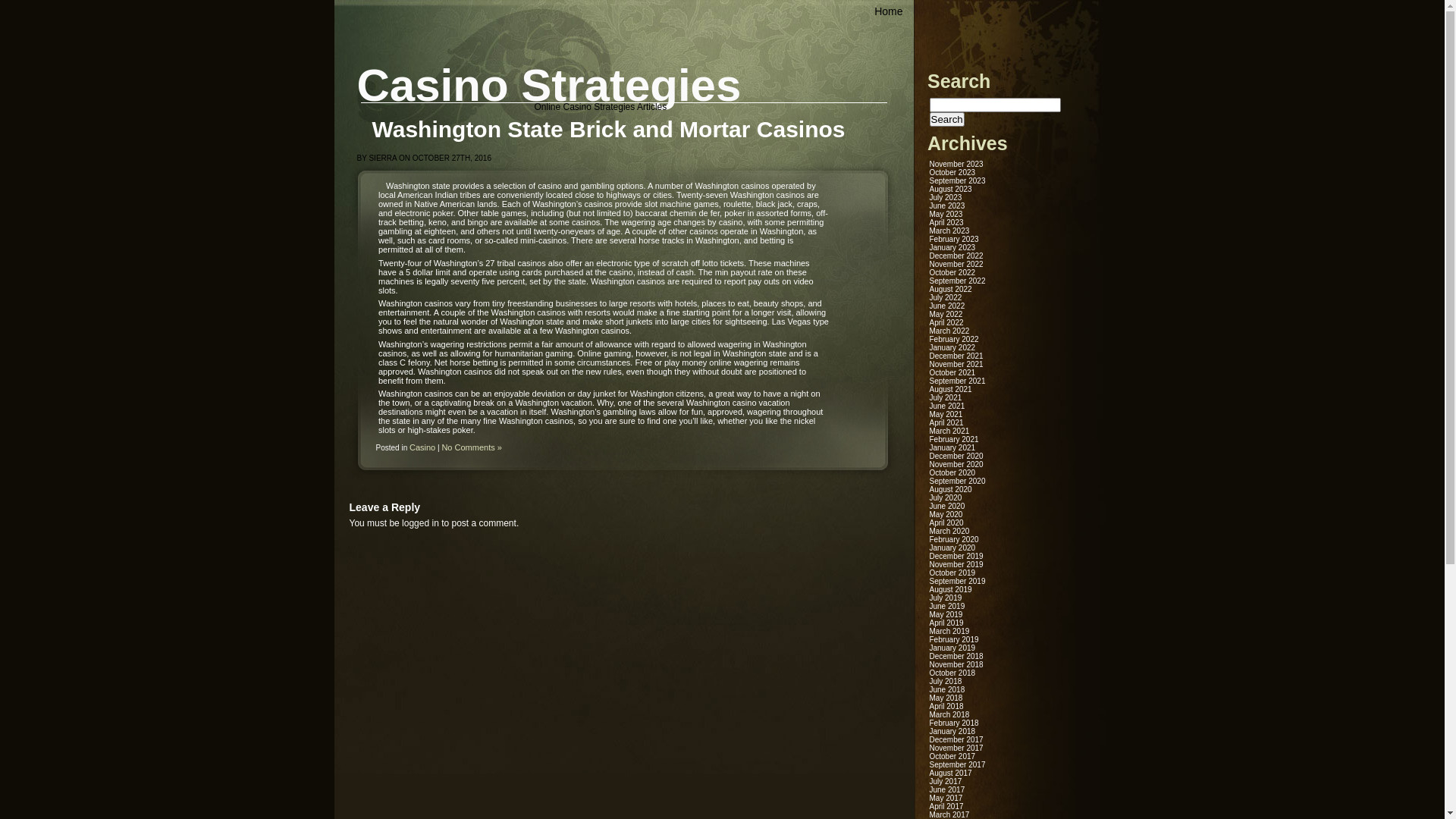 Image resolution: width=1456 pixels, height=819 pixels. I want to click on 'August 2022', so click(928, 289).